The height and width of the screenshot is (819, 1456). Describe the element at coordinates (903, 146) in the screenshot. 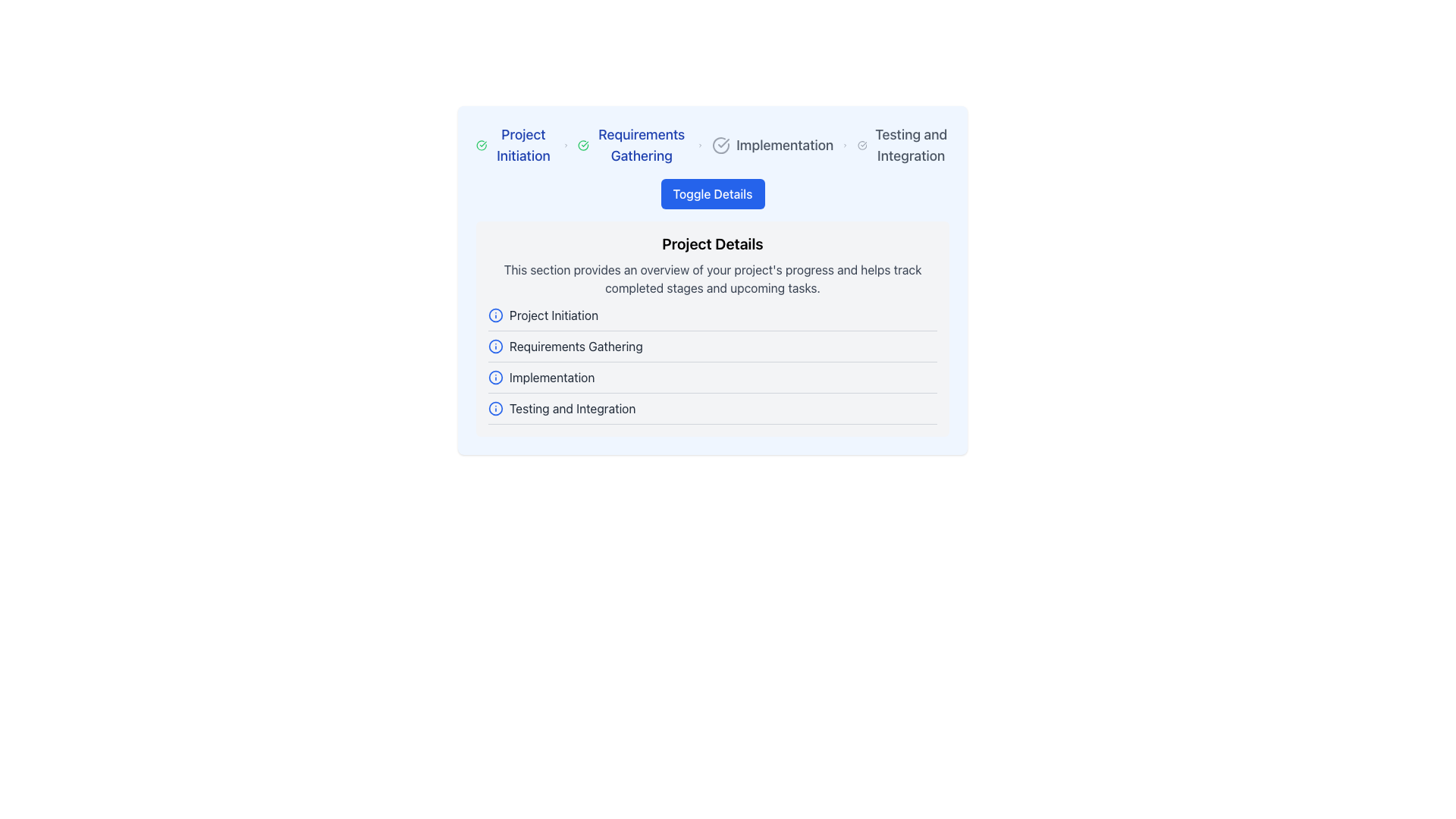

I see `the Step Indicator Text labeled 'Testing and Integration', which is styled with a medium gray font and is the fourth item in the horizontal progress indicator bar` at that location.